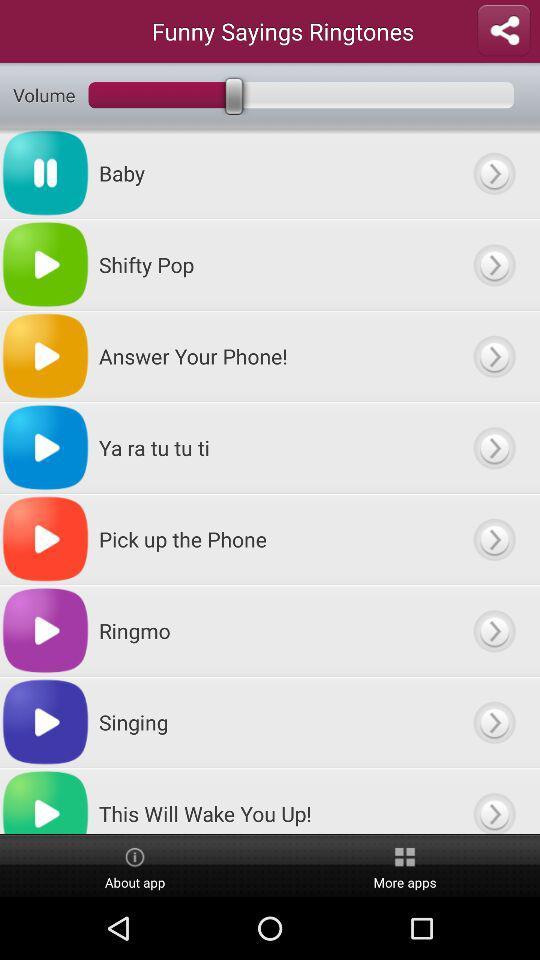 The width and height of the screenshot is (540, 960). Describe the element at coordinates (493, 172) in the screenshot. I see `plye button` at that location.